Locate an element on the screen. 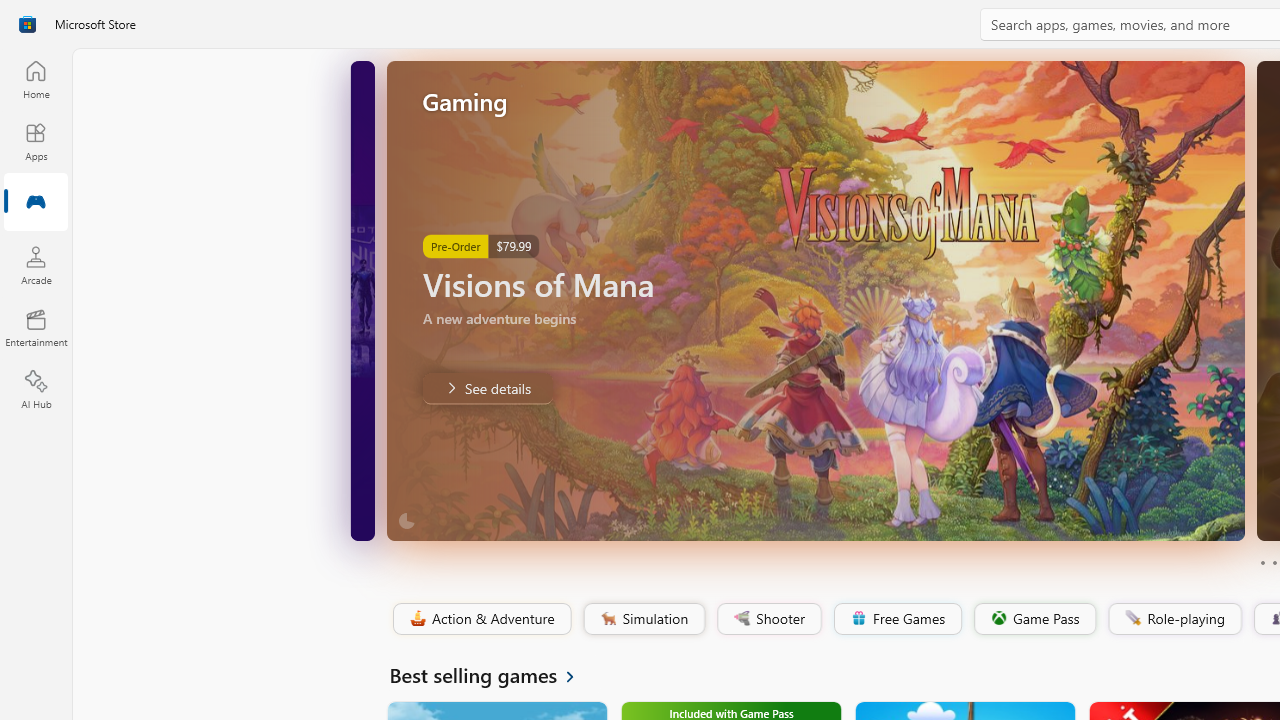  'Action & Adventure' is located at coordinates (480, 618).